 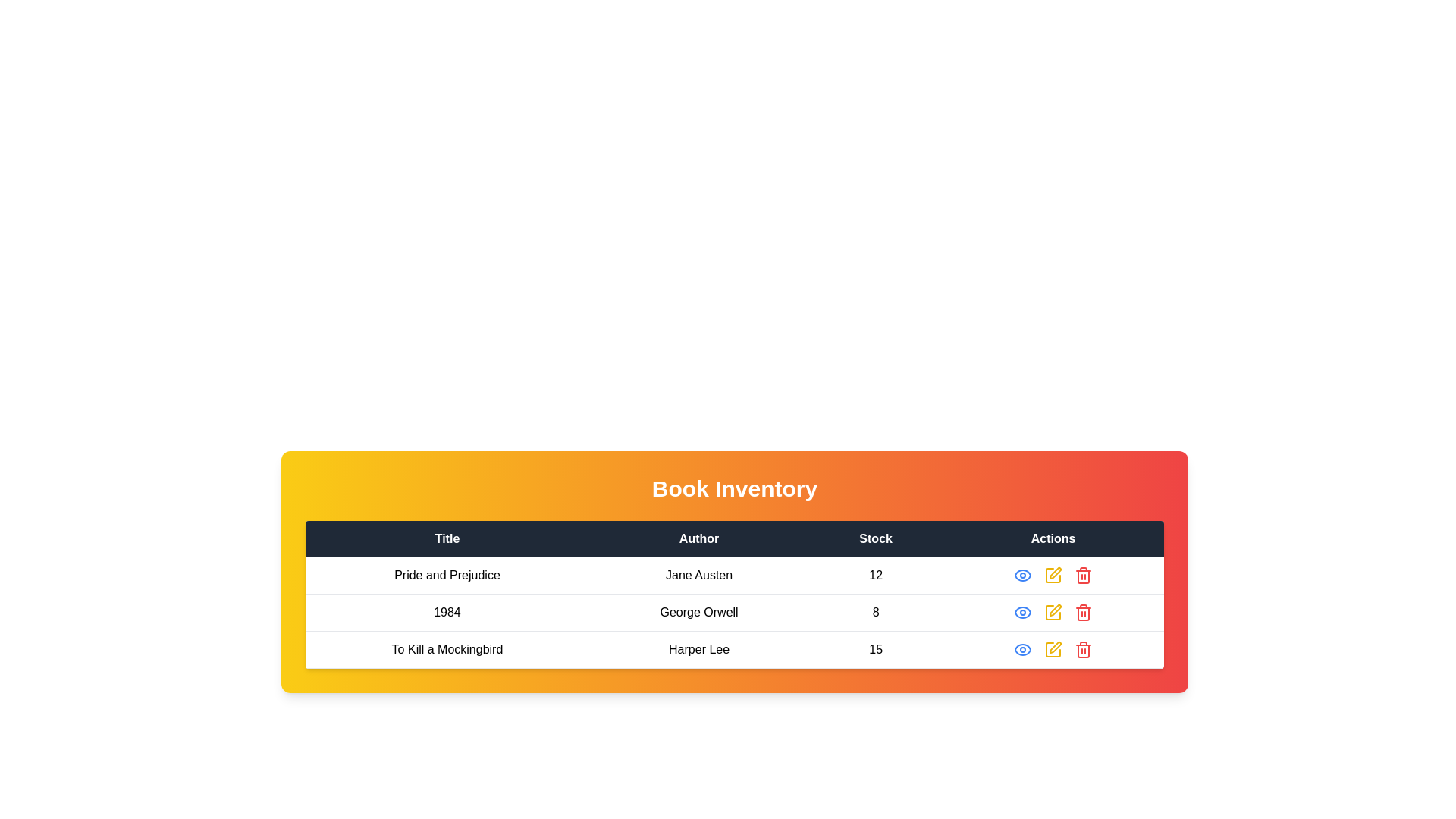 I want to click on the edit button located as the second icon in the row of action icons within the third table row under the 'Actions' column, so click(x=1053, y=648).